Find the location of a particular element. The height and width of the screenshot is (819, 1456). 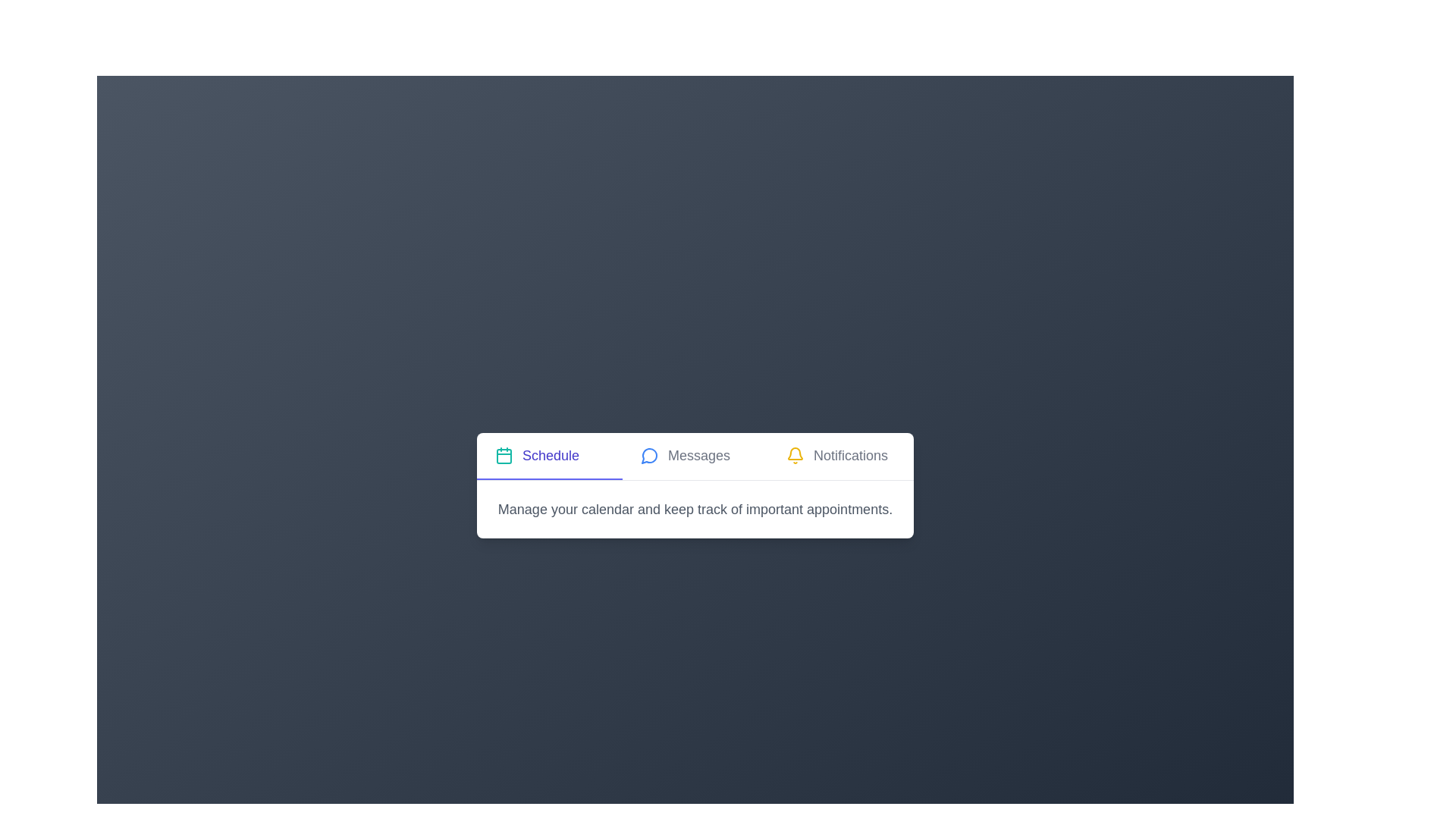

the Notifications tab is located at coordinates (839, 455).